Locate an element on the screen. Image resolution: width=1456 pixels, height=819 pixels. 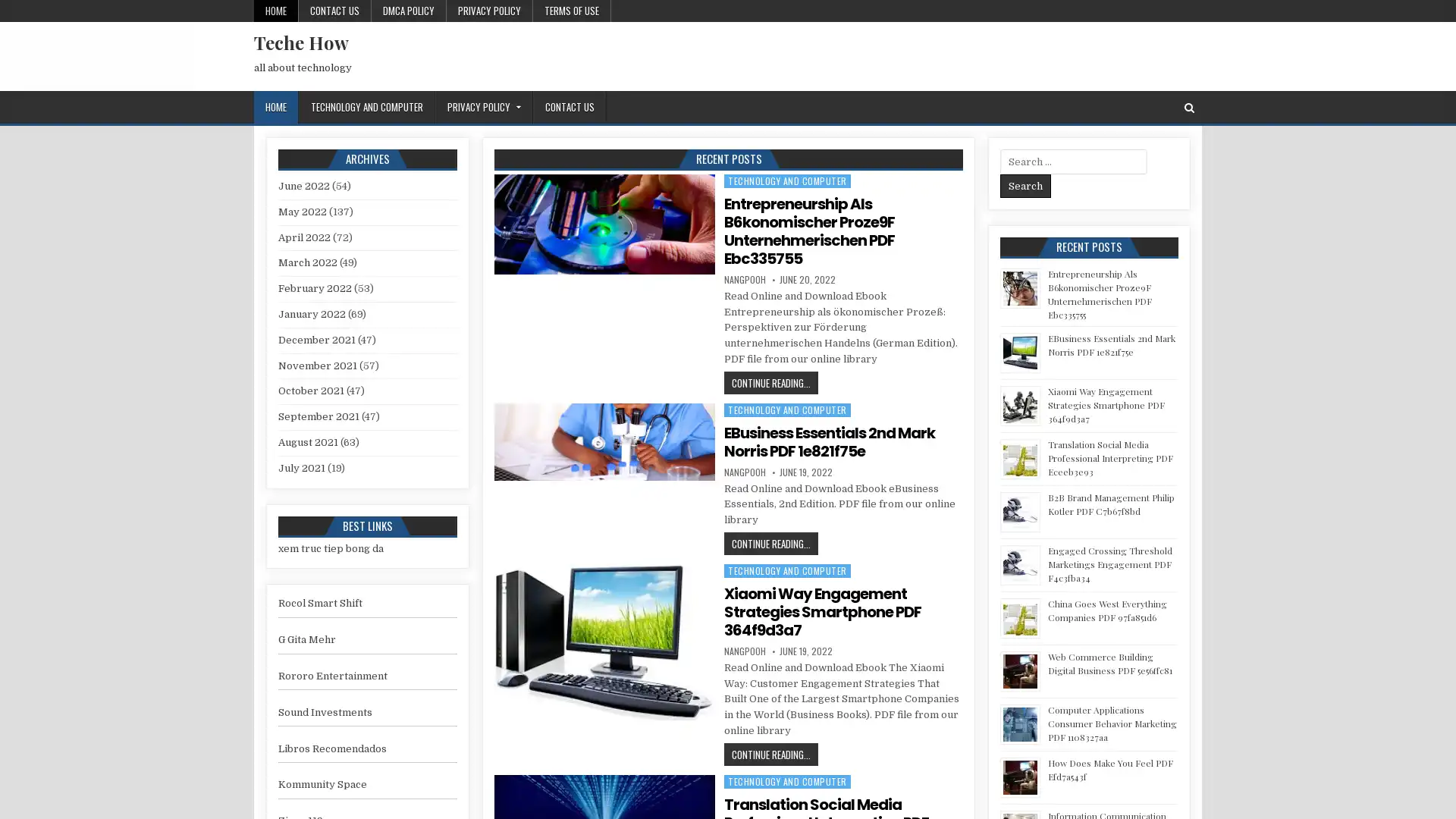
Search is located at coordinates (1025, 185).